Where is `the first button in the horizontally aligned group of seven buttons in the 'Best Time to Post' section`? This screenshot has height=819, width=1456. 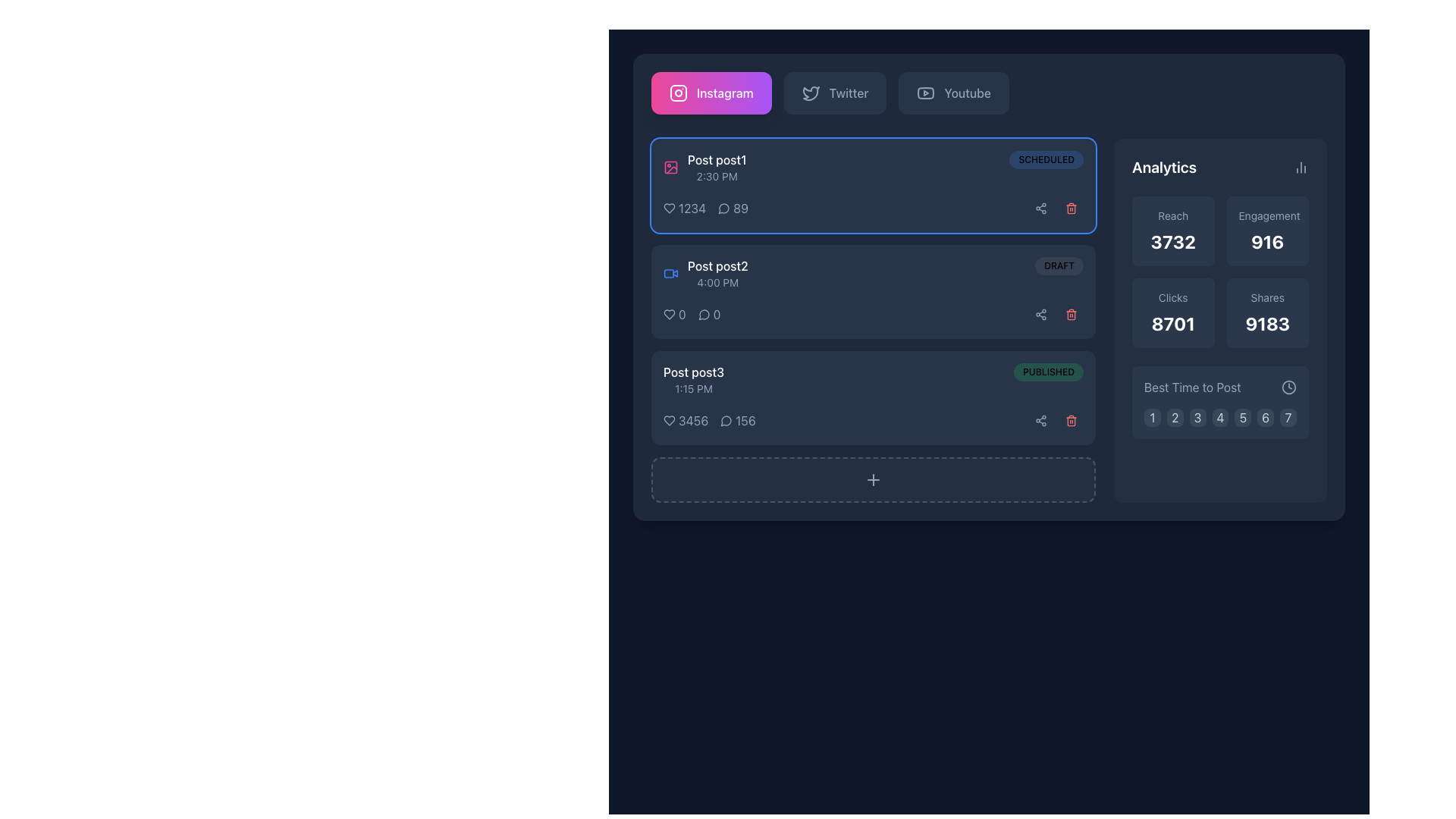 the first button in the horizontally aligned group of seven buttons in the 'Best Time to Post' section is located at coordinates (1152, 418).